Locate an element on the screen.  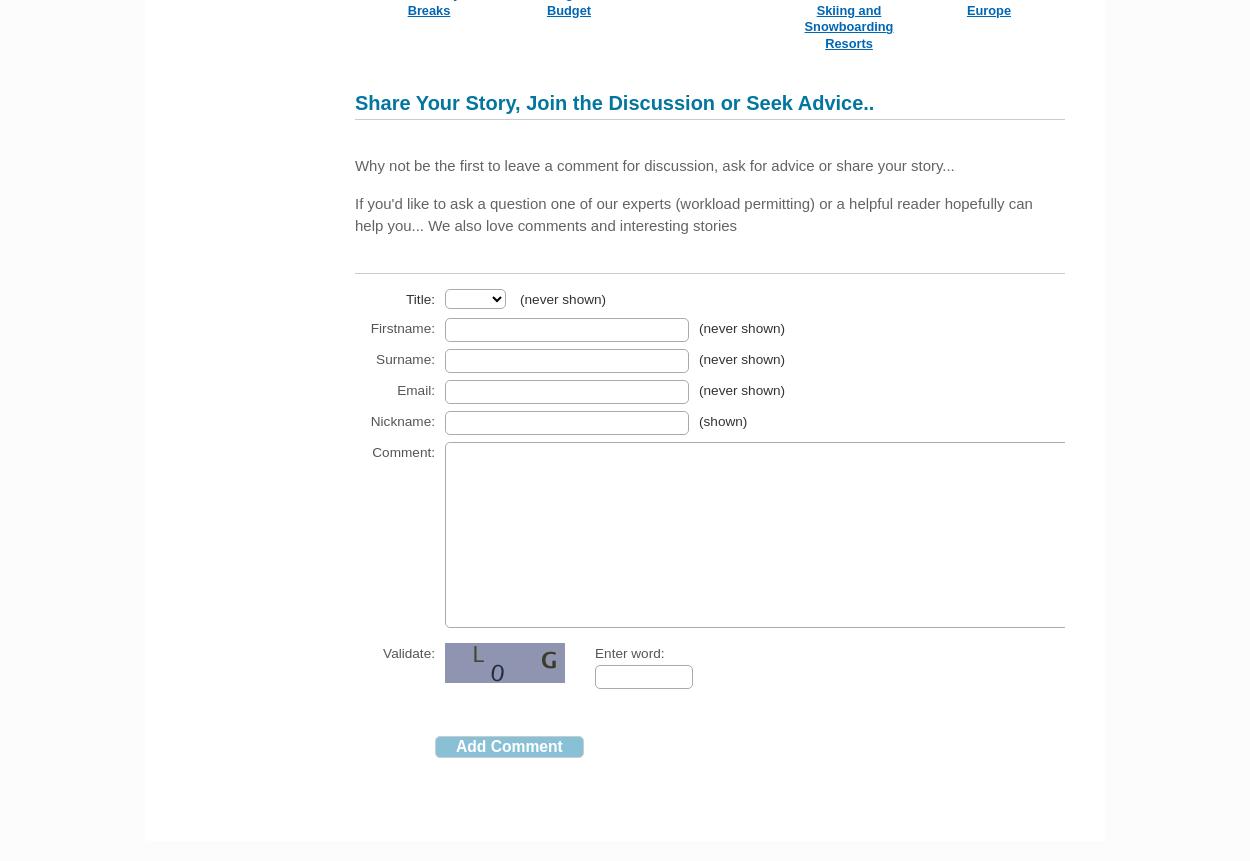
'Surname:' is located at coordinates (405, 357).